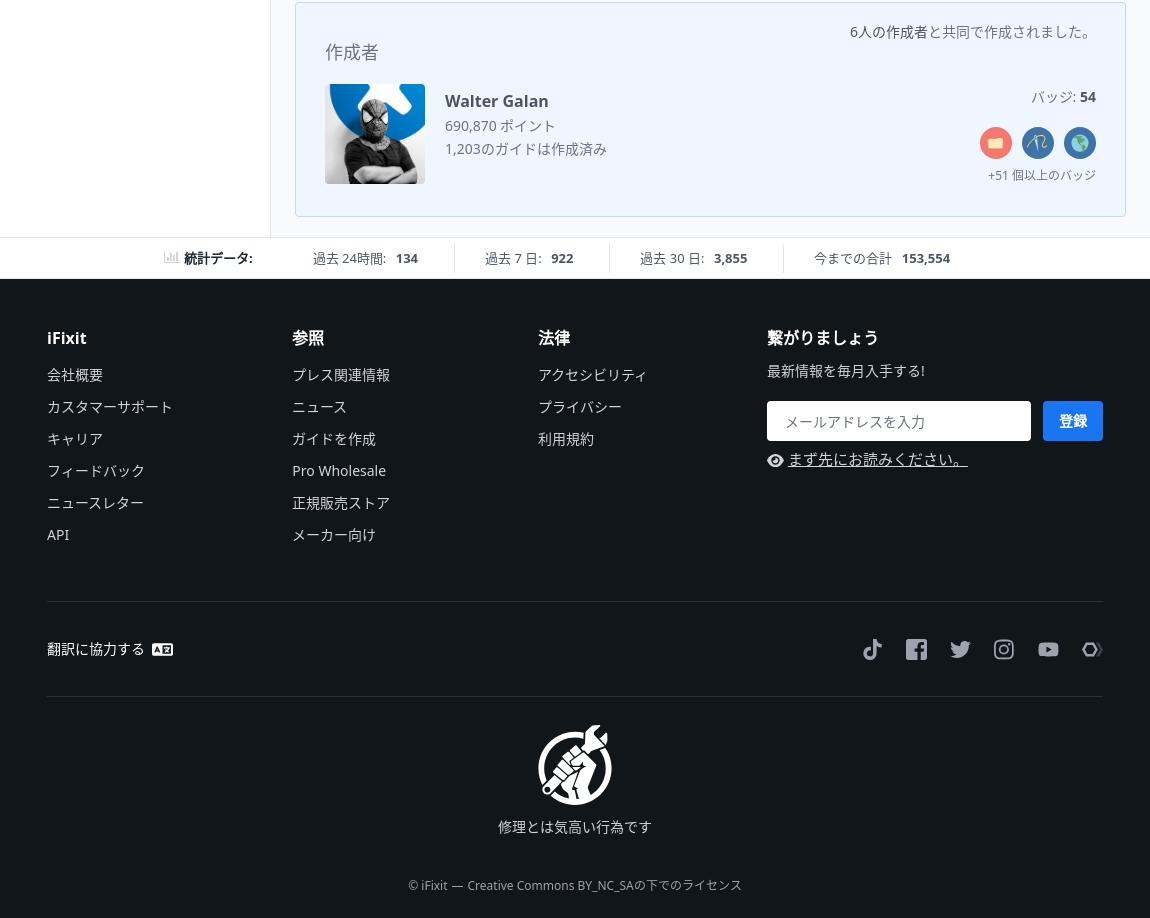 The height and width of the screenshot is (918, 1150). Describe the element at coordinates (562, 256) in the screenshot. I see `'922'` at that location.